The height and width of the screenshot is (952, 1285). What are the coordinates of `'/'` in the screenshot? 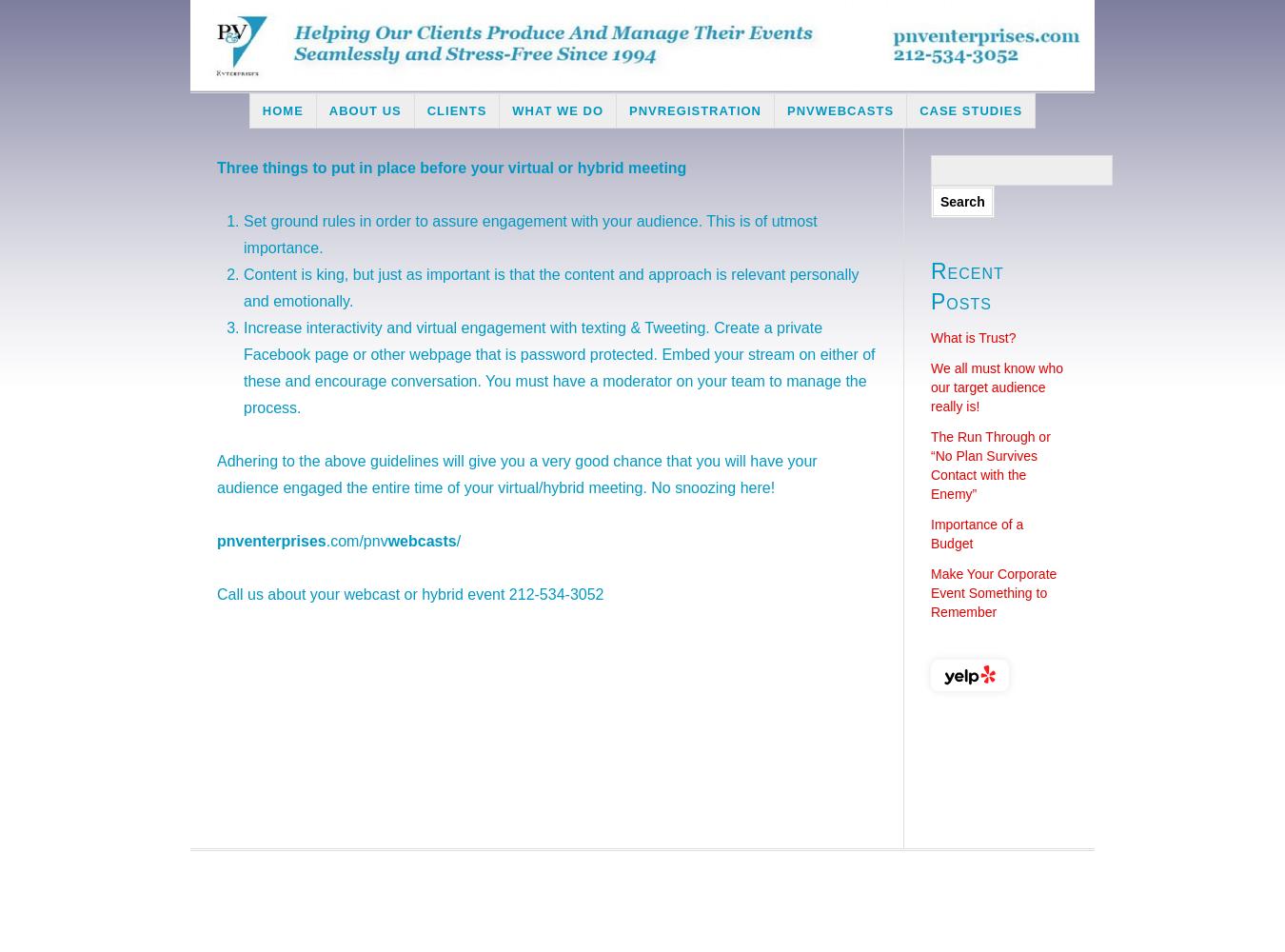 It's located at (454, 540).